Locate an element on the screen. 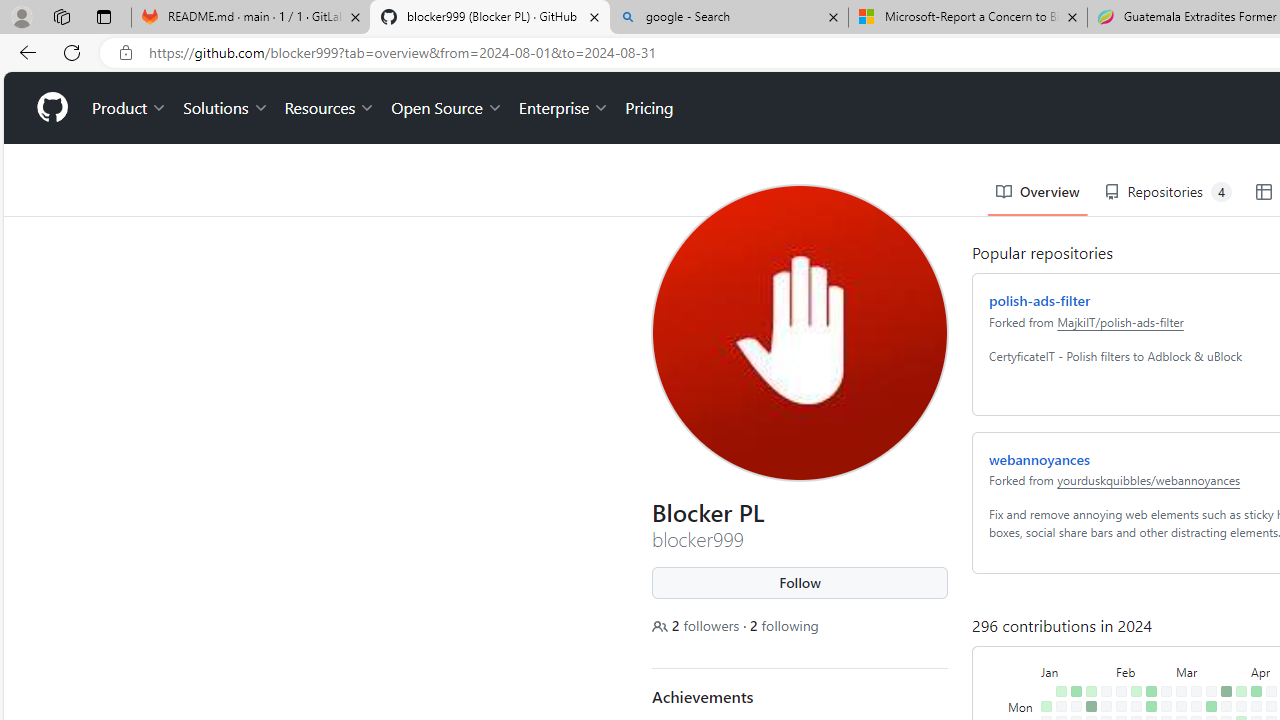 The height and width of the screenshot is (720, 1280). '13 contributions on January 17th.' is located at coordinates (1071, 664).